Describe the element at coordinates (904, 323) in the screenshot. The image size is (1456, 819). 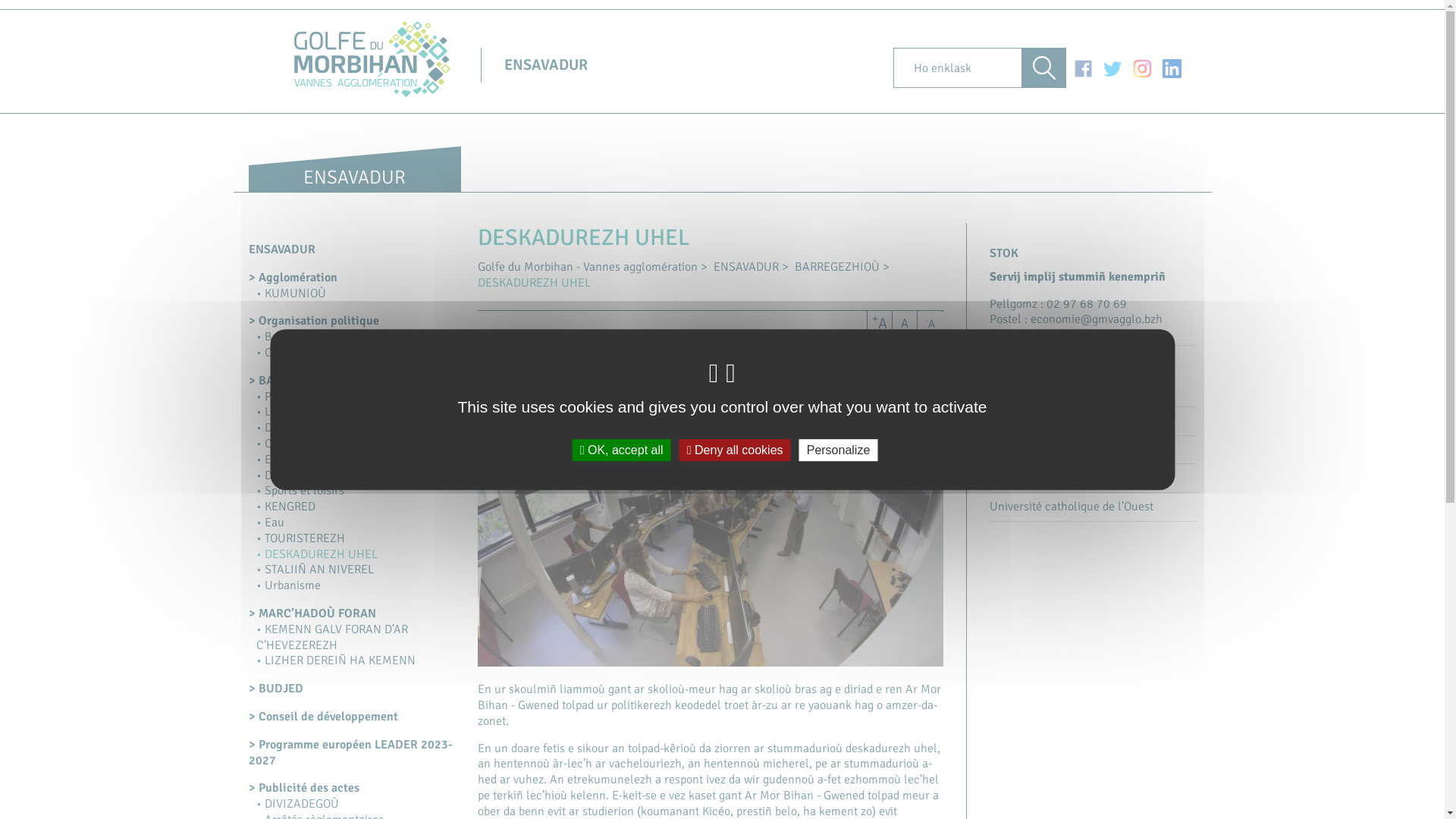
I see `'A'` at that location.